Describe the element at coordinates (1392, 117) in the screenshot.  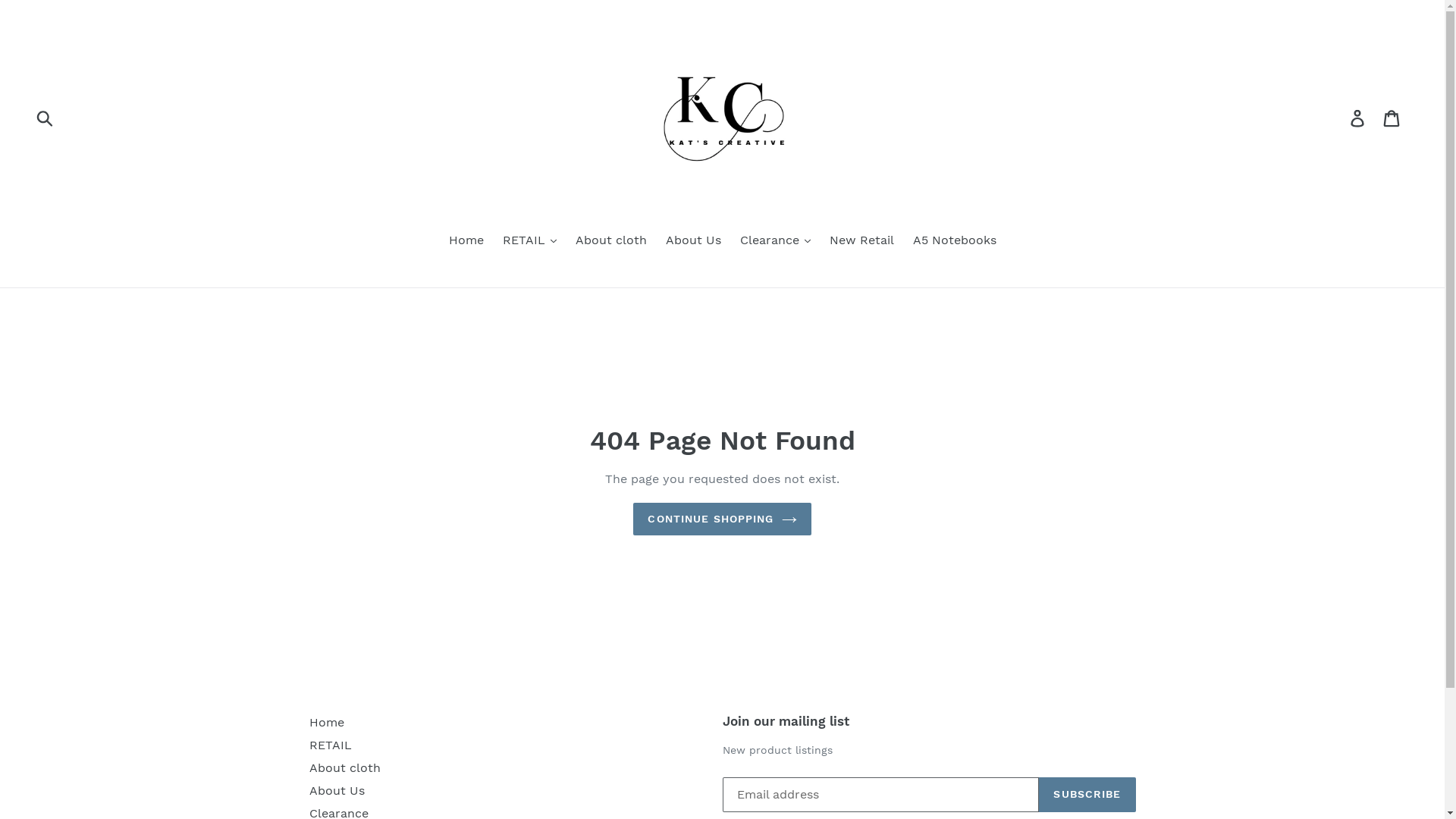
I see `'Cart'` at that location.